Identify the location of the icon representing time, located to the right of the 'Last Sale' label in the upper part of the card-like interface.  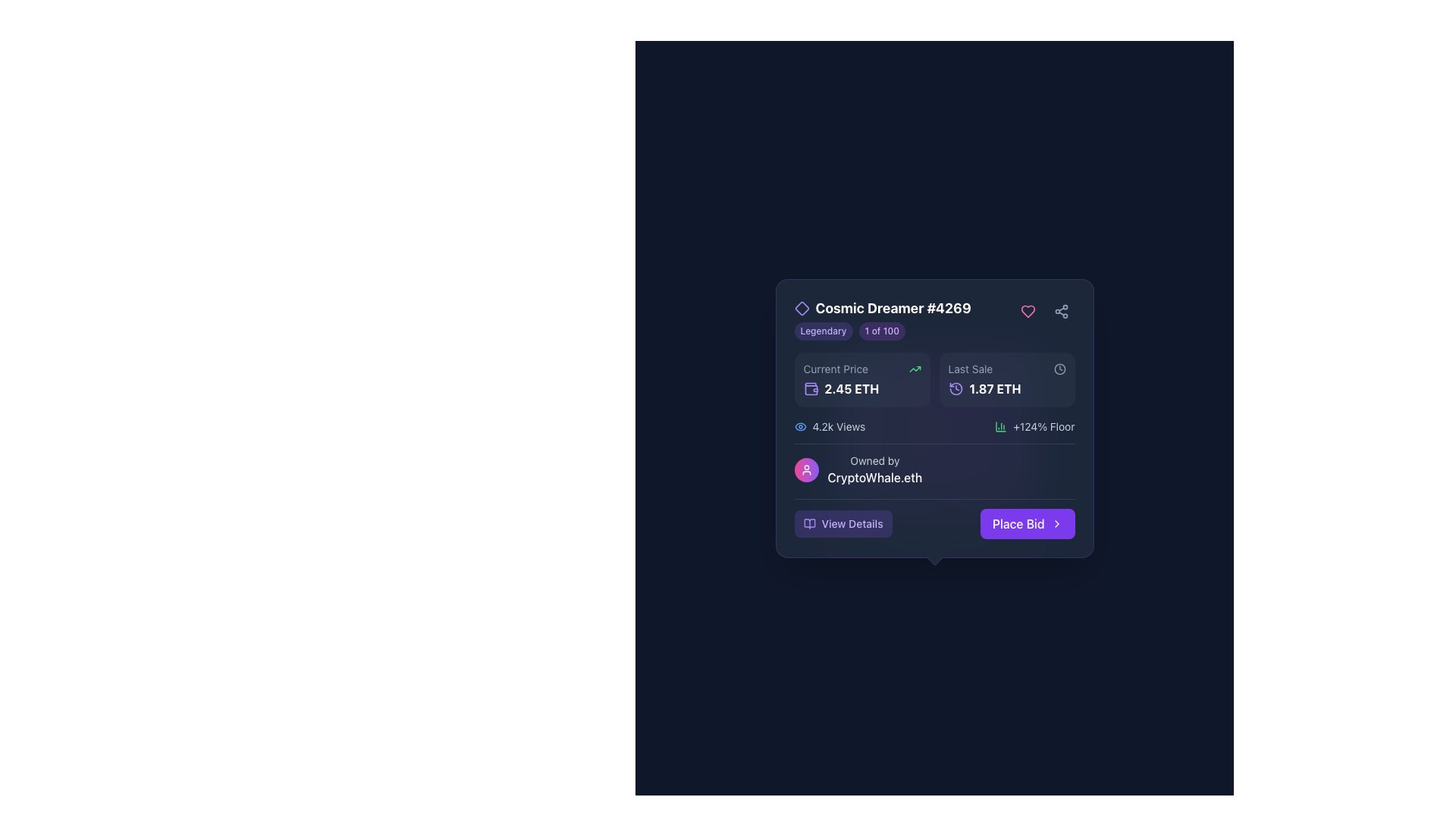
(1059, 369).